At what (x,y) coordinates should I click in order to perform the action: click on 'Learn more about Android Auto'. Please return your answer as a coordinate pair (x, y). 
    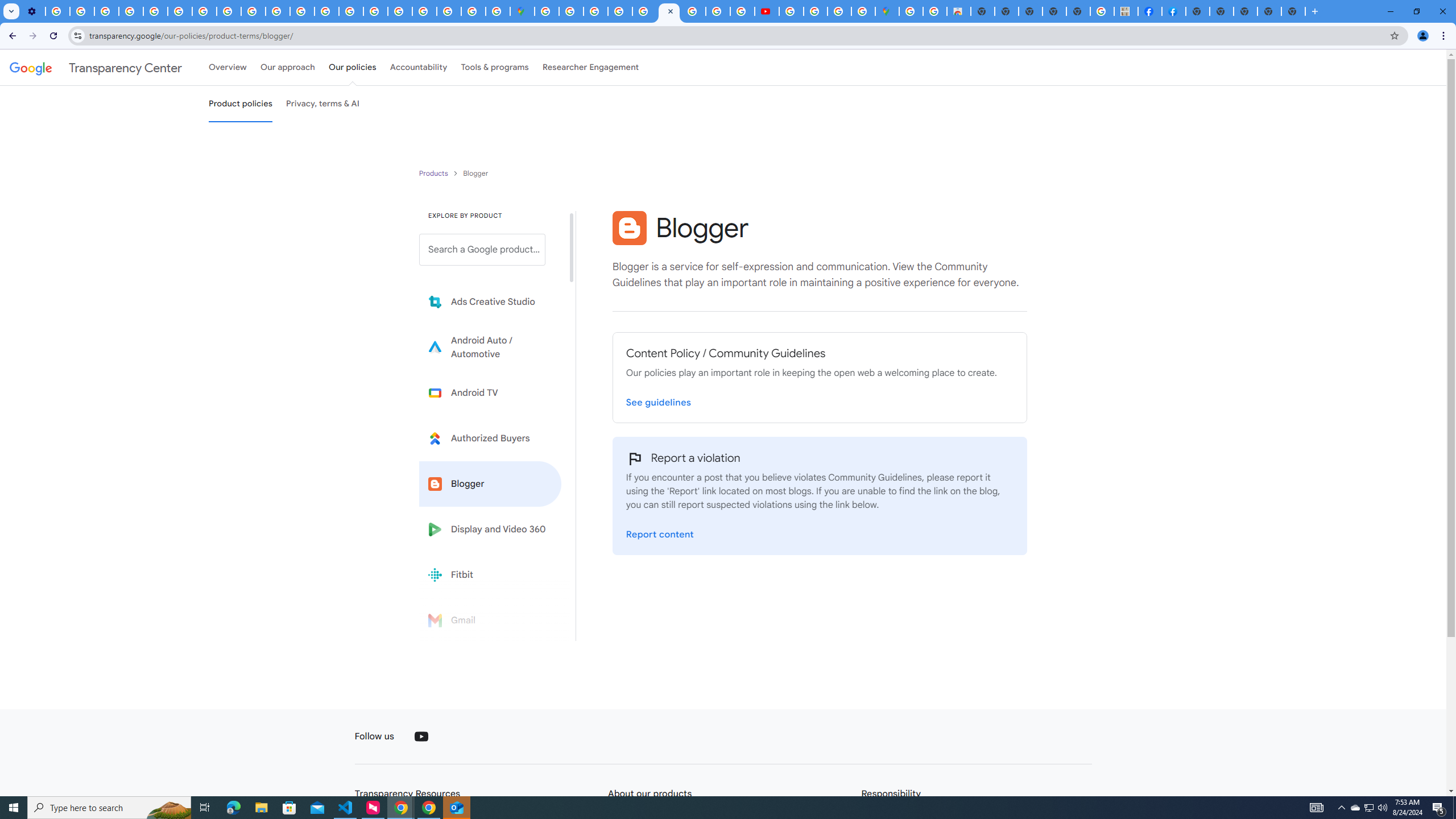
    Looking at the image, I should click on (490, 347).